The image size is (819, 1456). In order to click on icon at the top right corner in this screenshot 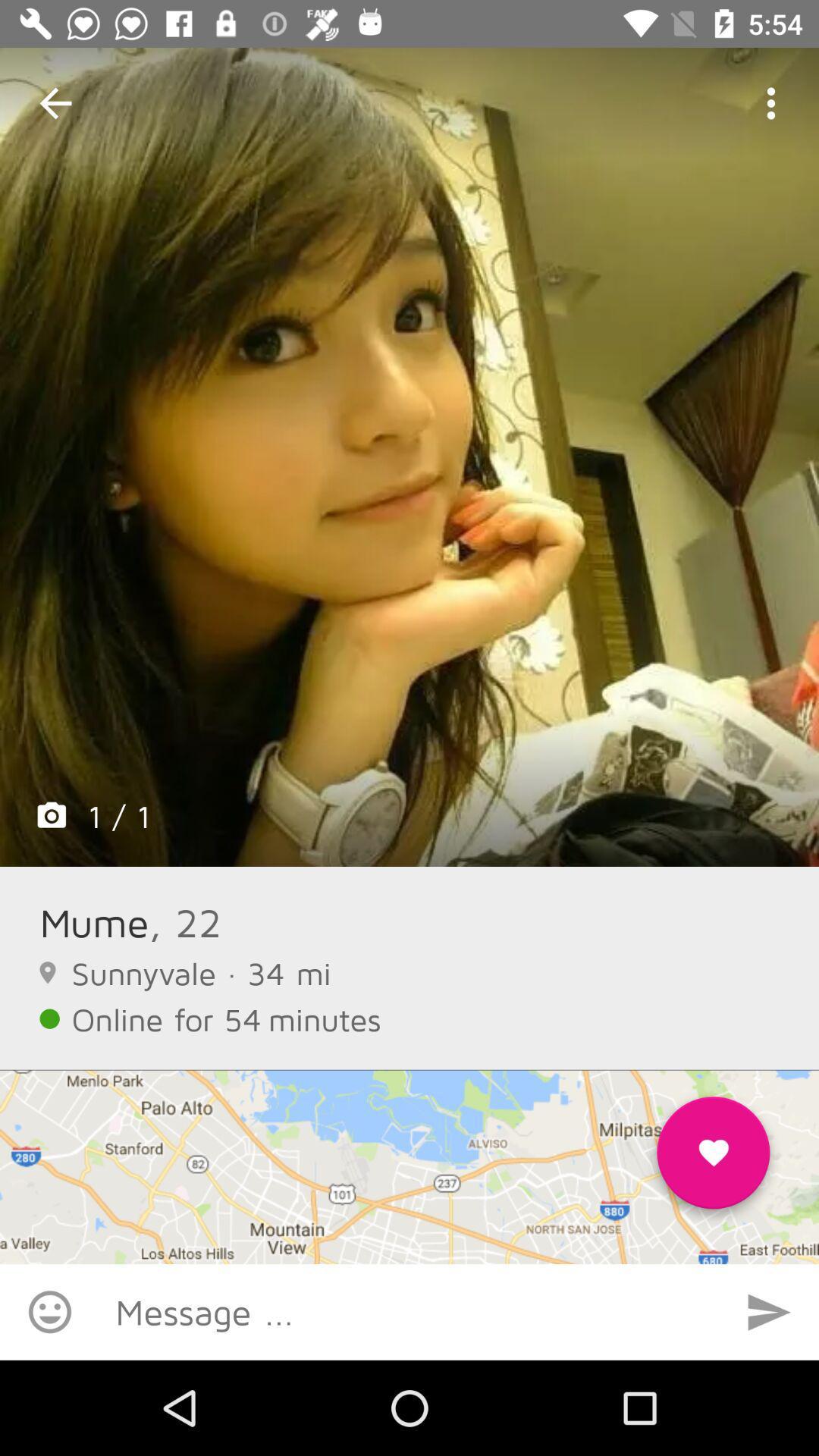, I will do `click(771, 102)`.